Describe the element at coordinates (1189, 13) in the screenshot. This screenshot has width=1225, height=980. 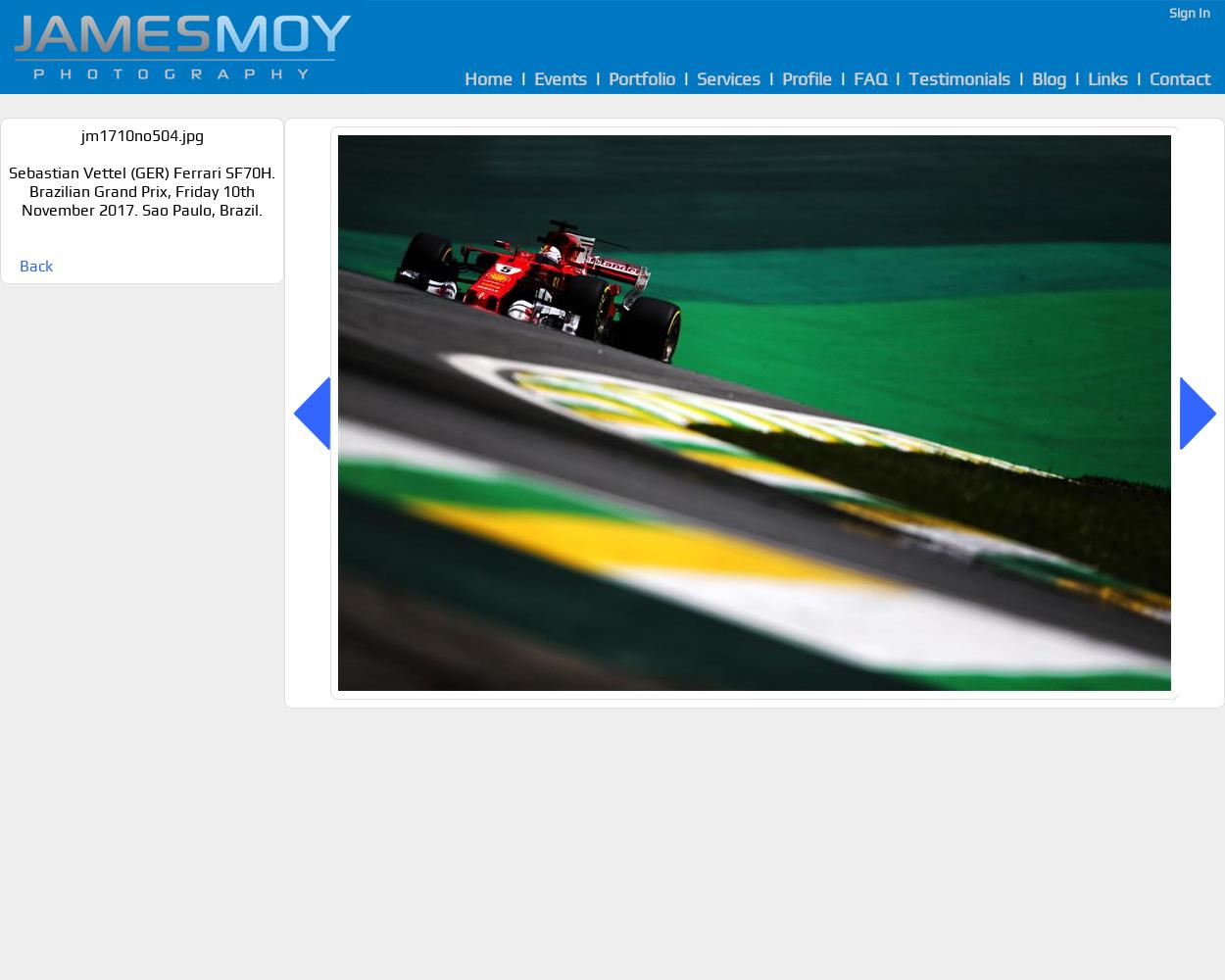
I see `'Sign In'` at that location.